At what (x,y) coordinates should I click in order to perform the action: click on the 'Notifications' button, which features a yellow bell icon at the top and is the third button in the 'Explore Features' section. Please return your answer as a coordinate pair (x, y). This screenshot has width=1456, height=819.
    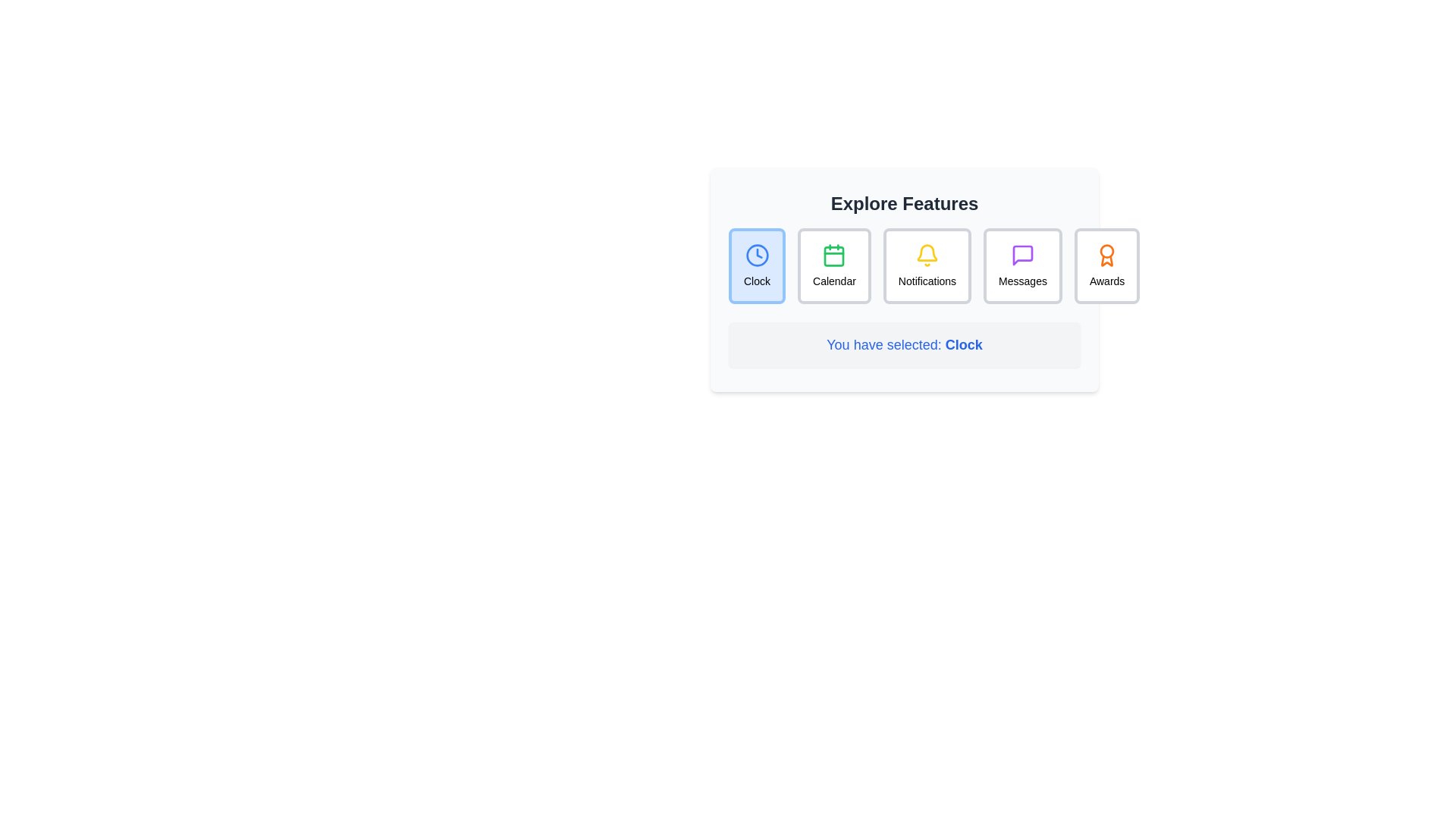
    Looking at the image, I should click on (927, 265).